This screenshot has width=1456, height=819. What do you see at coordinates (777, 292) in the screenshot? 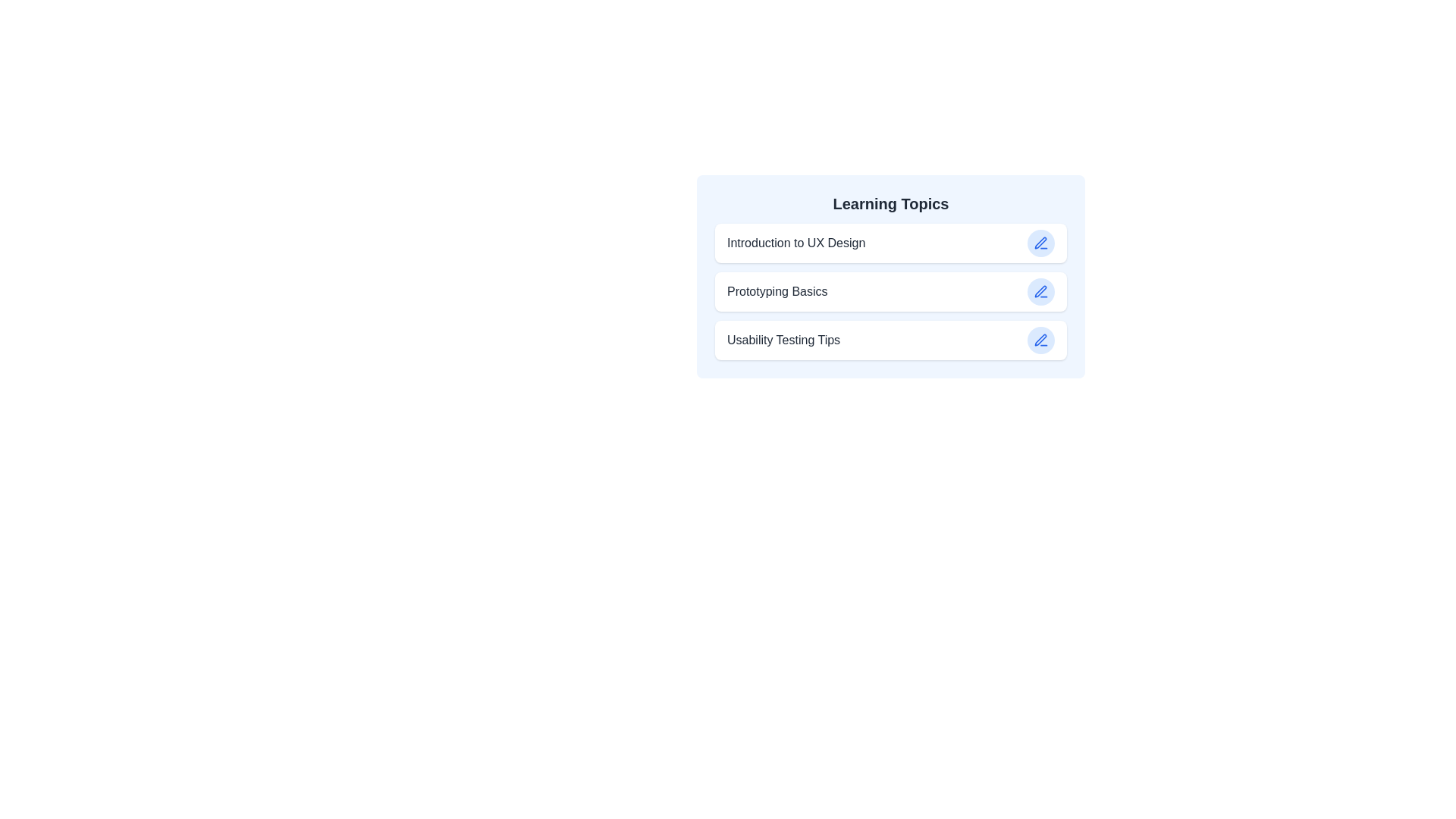
I see `the title of the item Prototyping Basics` at bounding box center [777, 292].